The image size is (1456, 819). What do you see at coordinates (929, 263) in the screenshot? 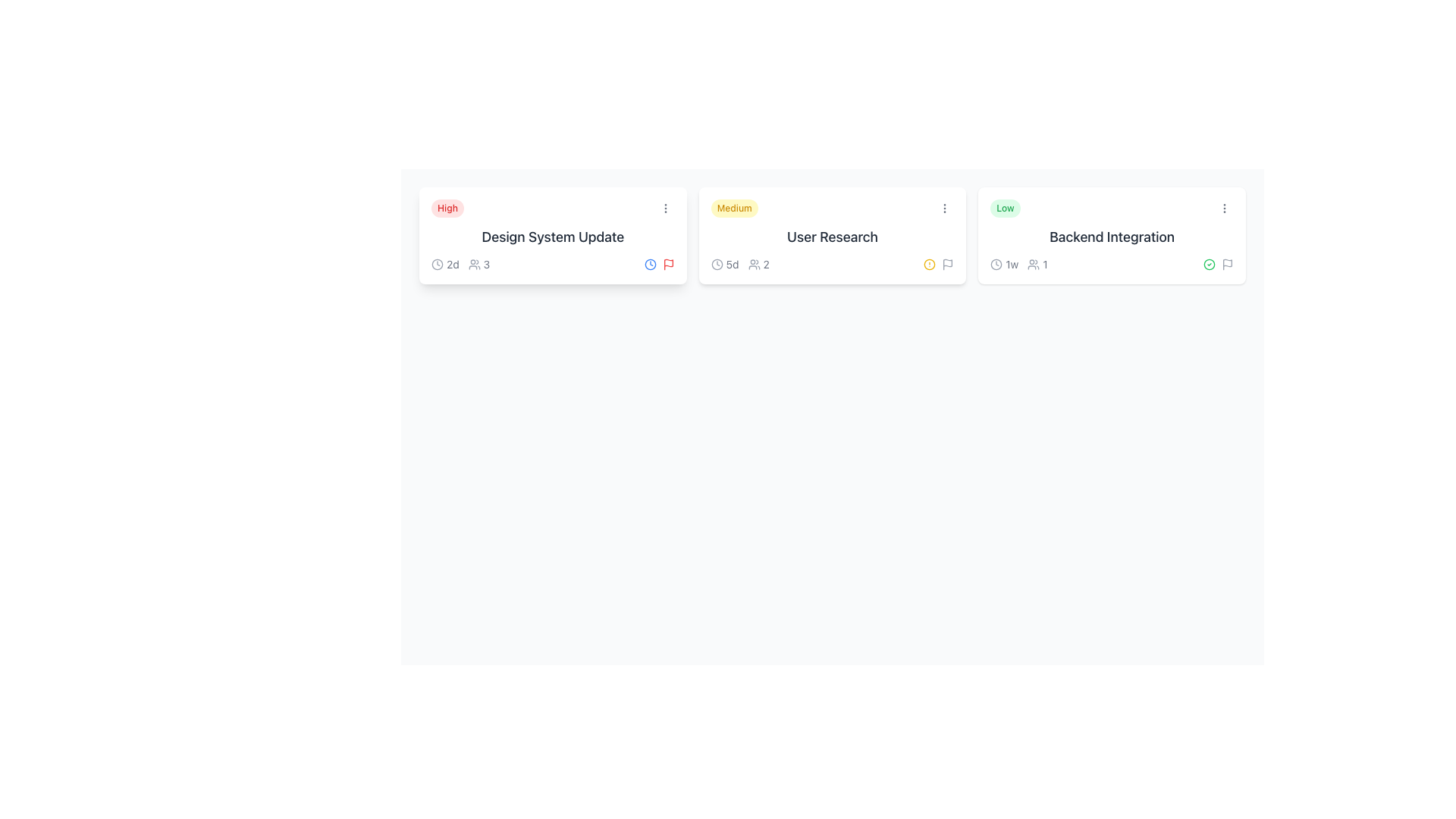
I see `SVG circle shape within the icon located in the 'User Research' card under the 'Medium' priority label by clicking on it` at bounding box center [929, 263].